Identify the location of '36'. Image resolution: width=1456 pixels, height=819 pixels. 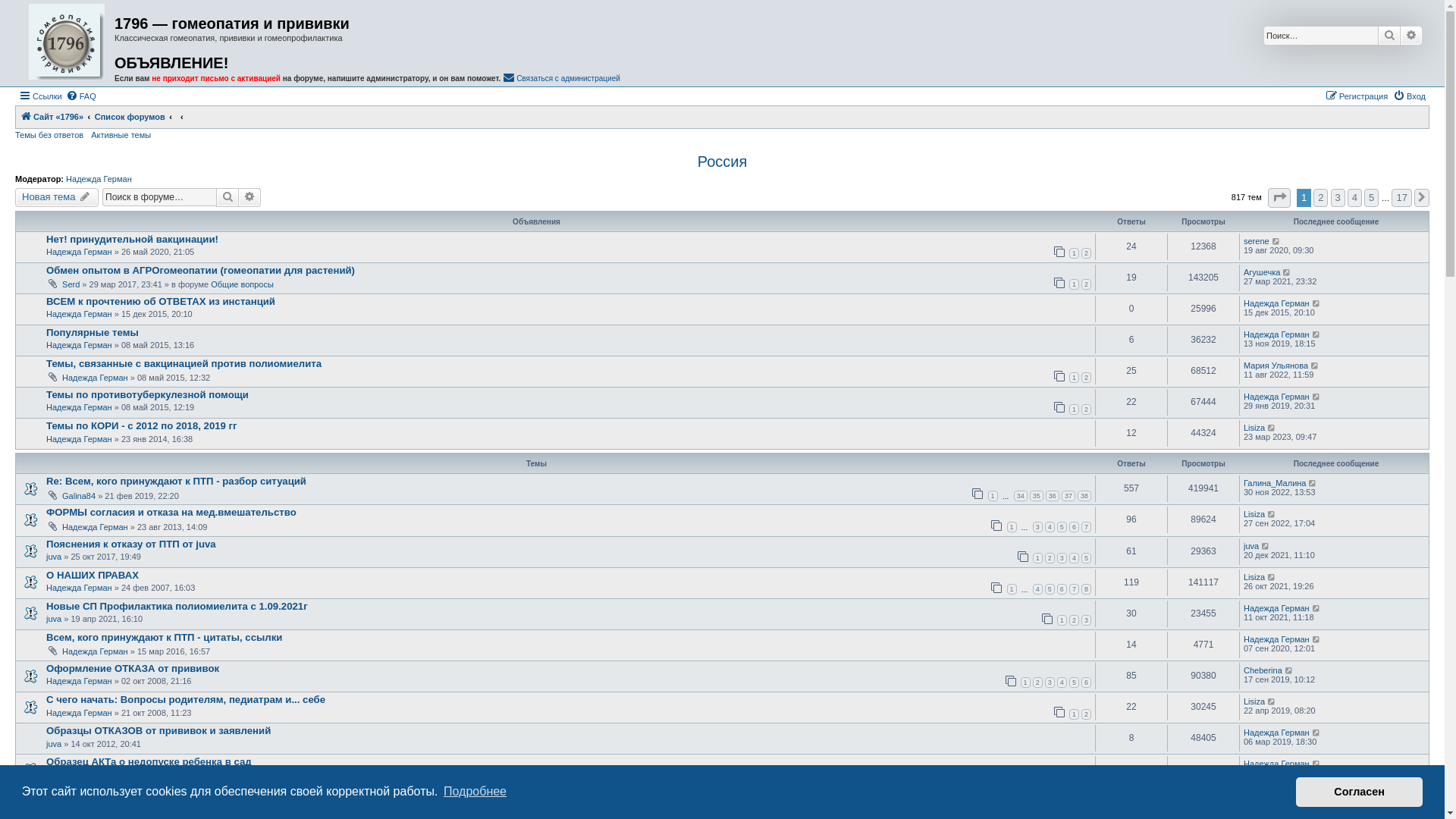
(1051, 496).